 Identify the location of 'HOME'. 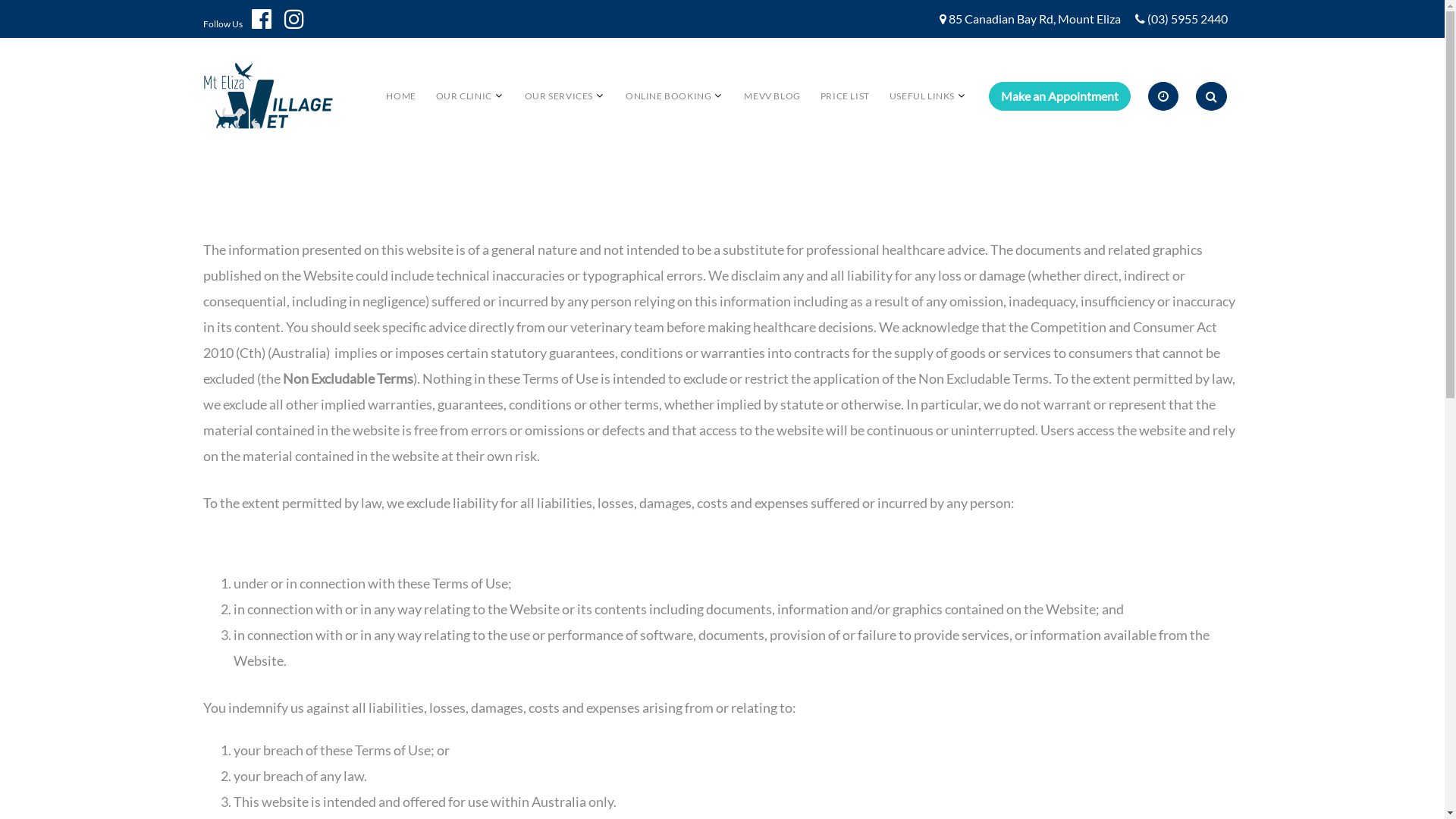
(400, 96).